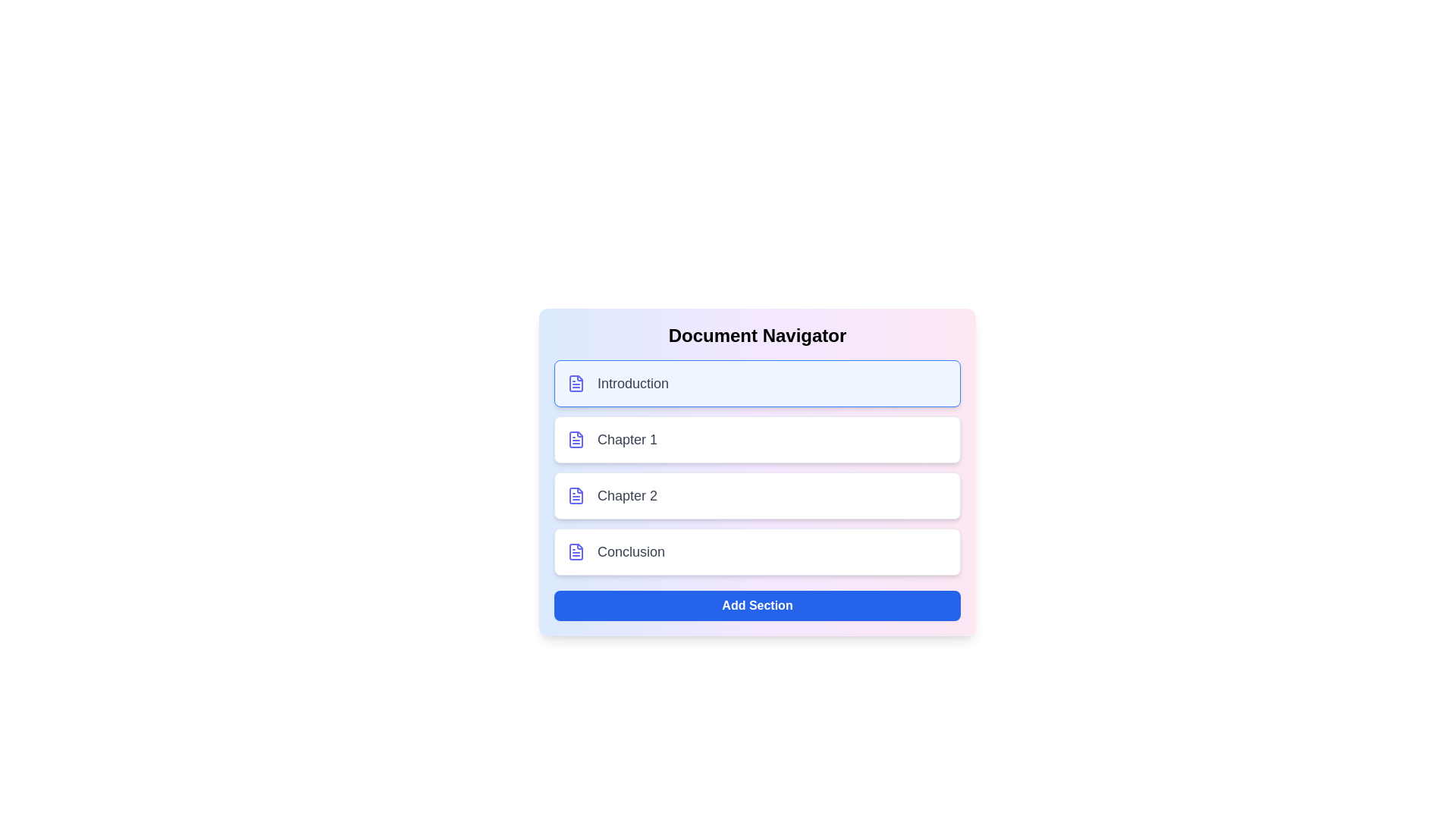  What do you see at coordinates (757, 439) in the screenshot?
I see `the section corresponding to Chapter 1 by clicking on its list item` at bounding box center [757, 439].